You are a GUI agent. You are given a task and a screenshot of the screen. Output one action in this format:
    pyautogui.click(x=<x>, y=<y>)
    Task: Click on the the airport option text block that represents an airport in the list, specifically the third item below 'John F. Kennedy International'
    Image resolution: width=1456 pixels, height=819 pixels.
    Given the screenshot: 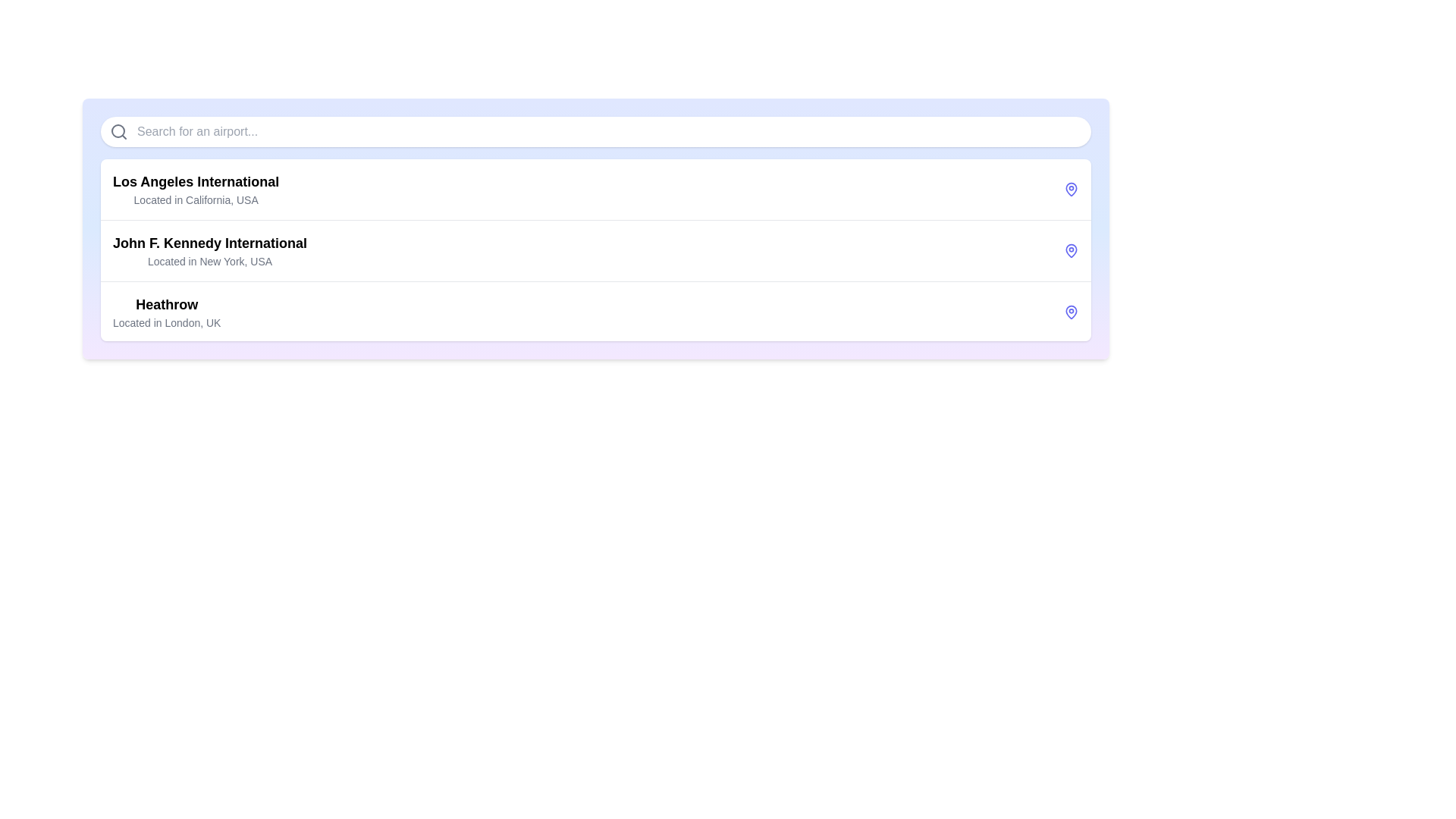 What is the action you would take?
    pyautogui.click(x=167, y=312)
    